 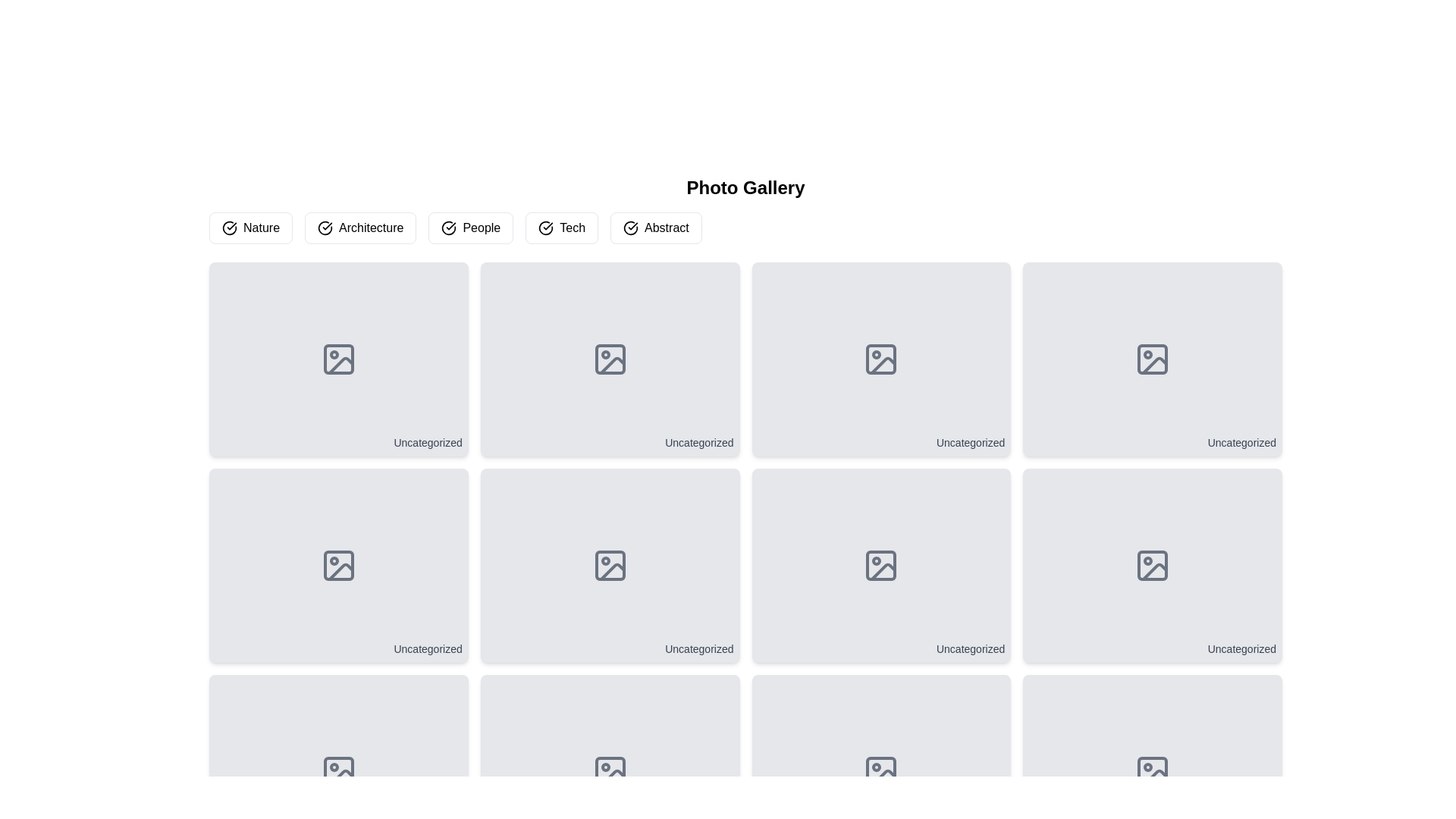 I want to click on the text label indicating 'Uncategorized' located at the bottom-right corner of the last card in the top row of the gallery, so click(x=1241, y=442).